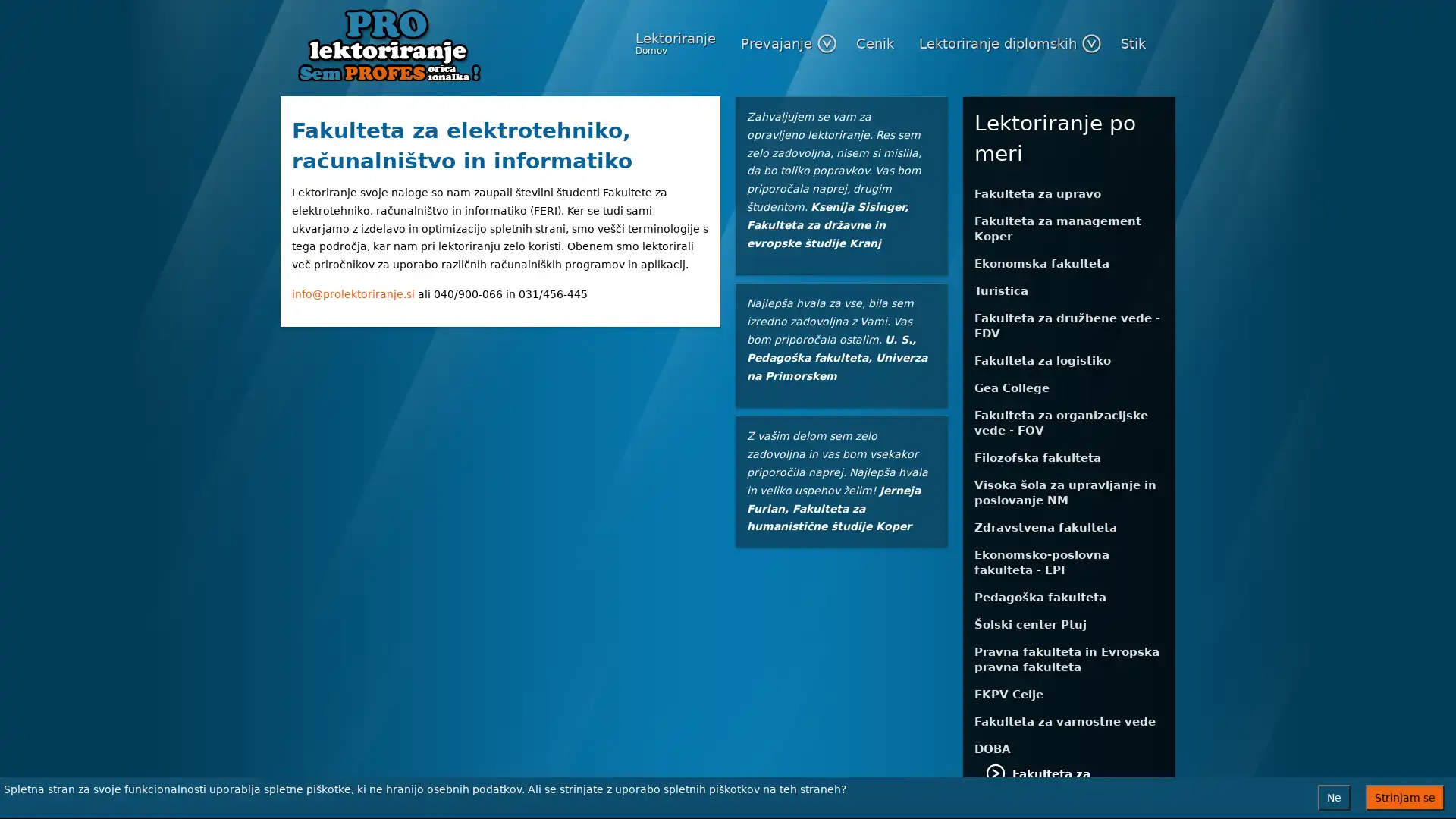 This screenshot has width=1456, height=819. Describe the element at coordinates (1404, 797) in the screenshot. I see `Strinjam se` at that location.